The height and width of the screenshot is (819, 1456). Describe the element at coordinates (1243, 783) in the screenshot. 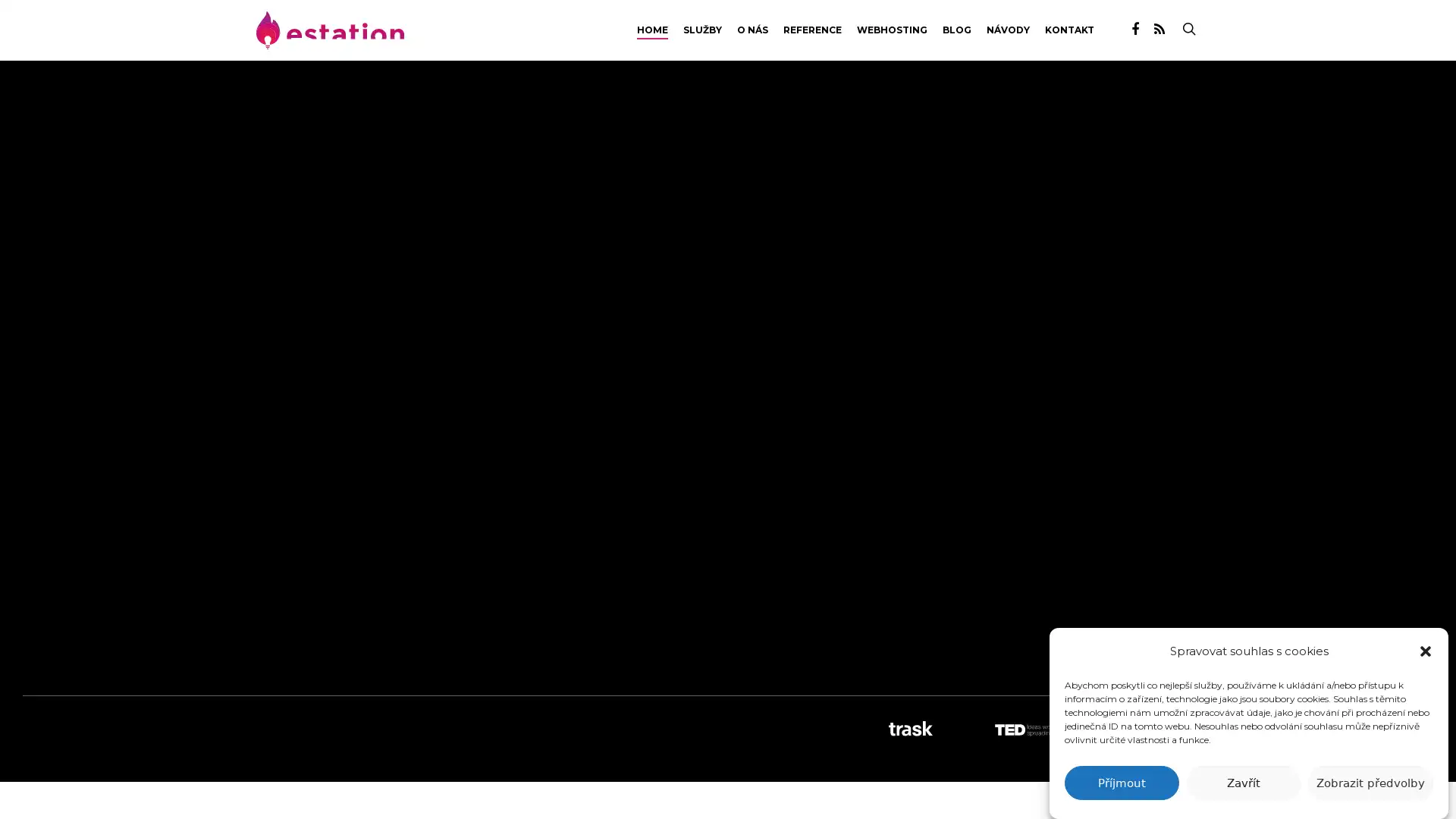

I see `Zavrit` at that location.